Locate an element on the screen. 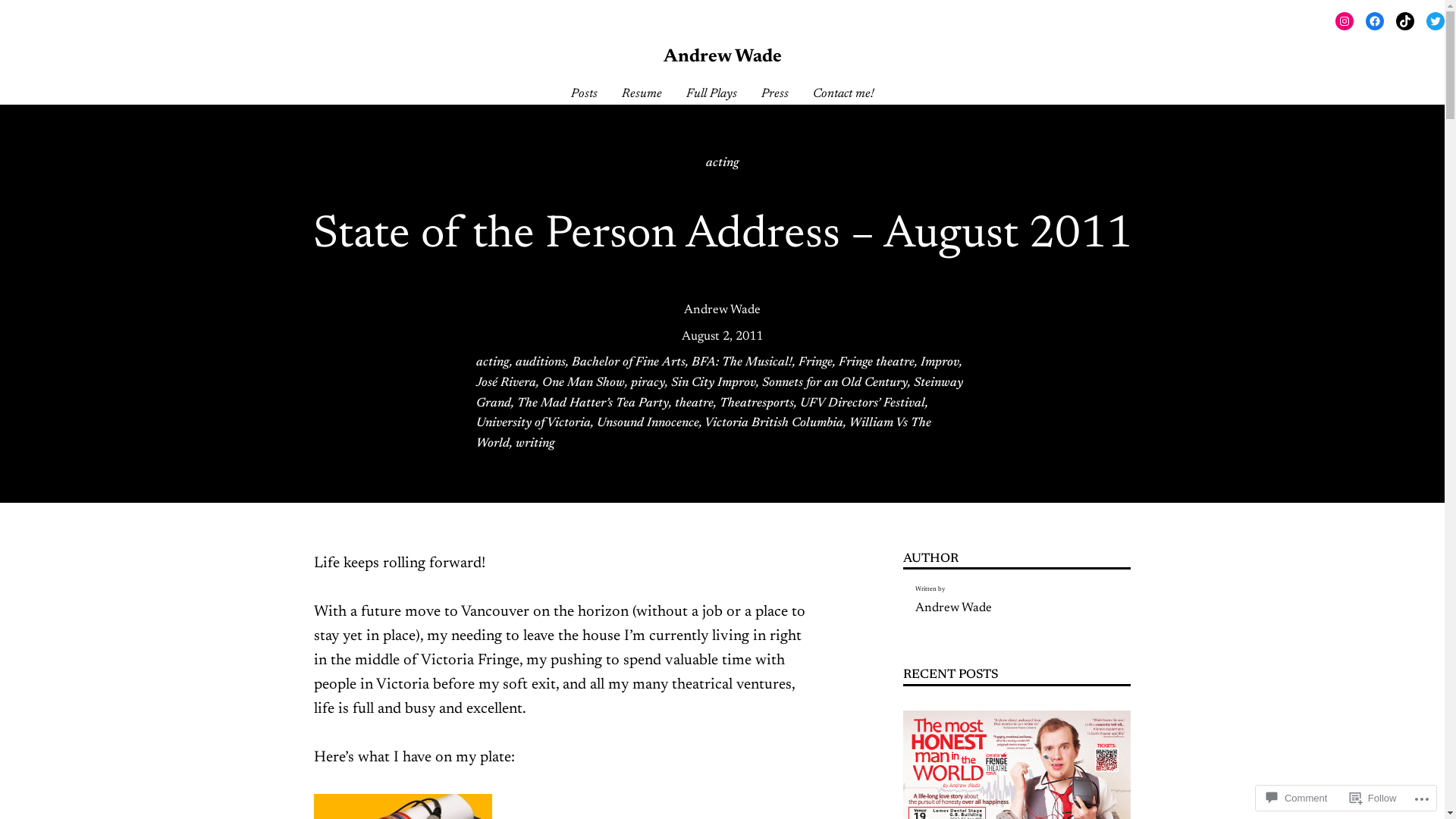  'Resume' is located at coordinates (642, 94).